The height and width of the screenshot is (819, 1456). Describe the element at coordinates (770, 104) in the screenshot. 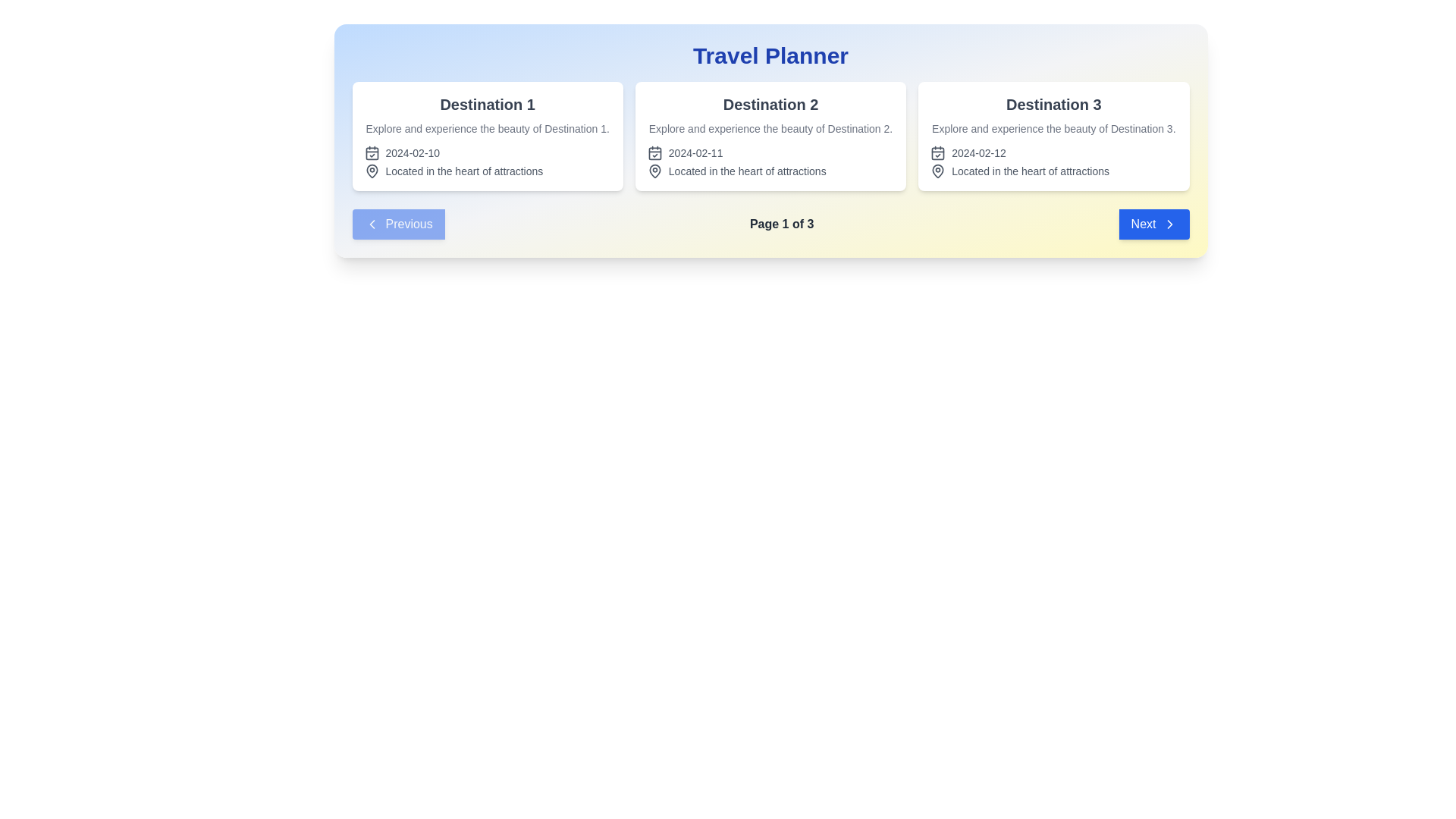

I see `the text label displaying 'Destination 2' in bold format, which is located at the top of the center card in a row of destination cards` at that location.